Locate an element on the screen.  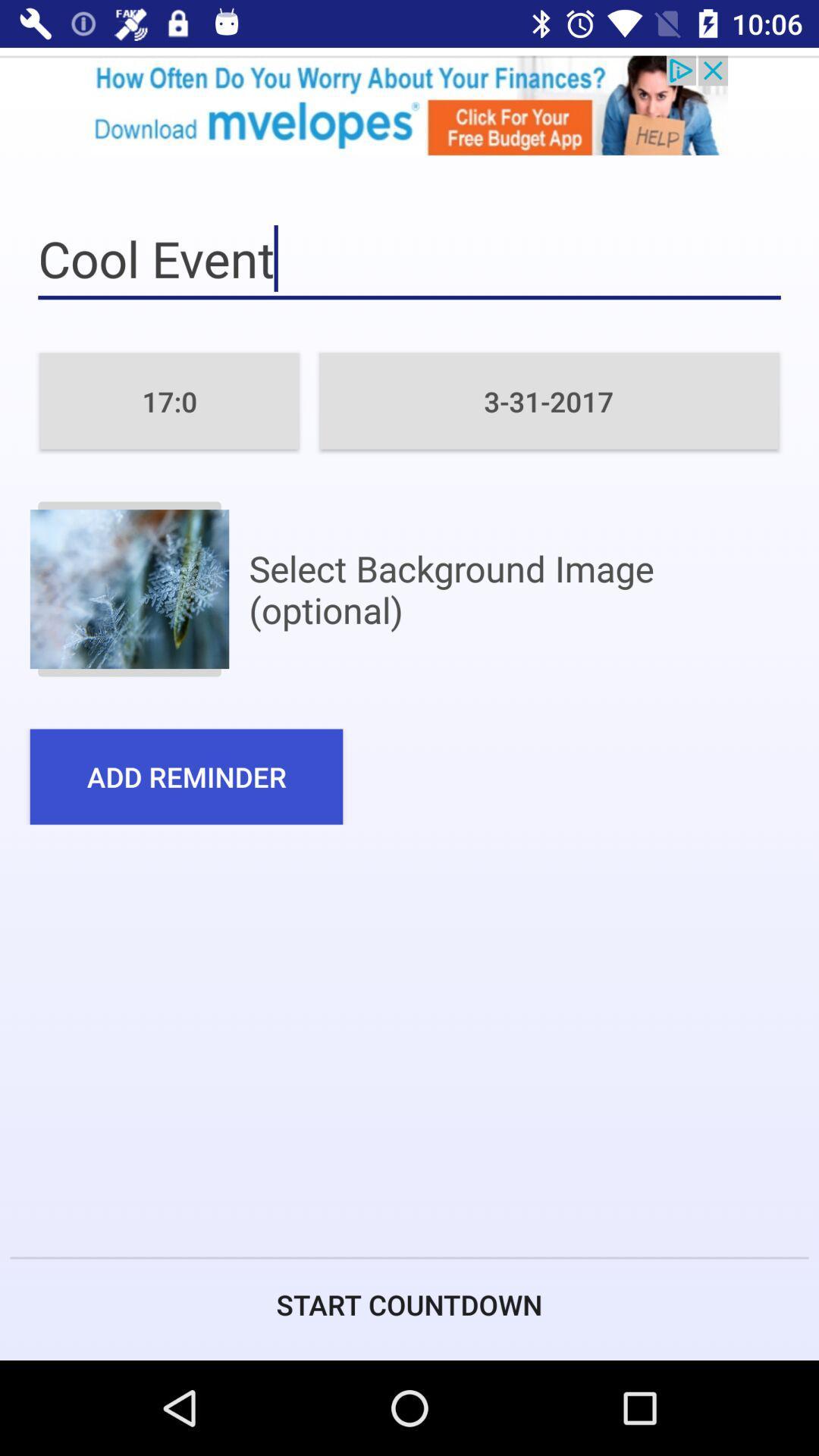
image page is located at coordinates (128, 588).